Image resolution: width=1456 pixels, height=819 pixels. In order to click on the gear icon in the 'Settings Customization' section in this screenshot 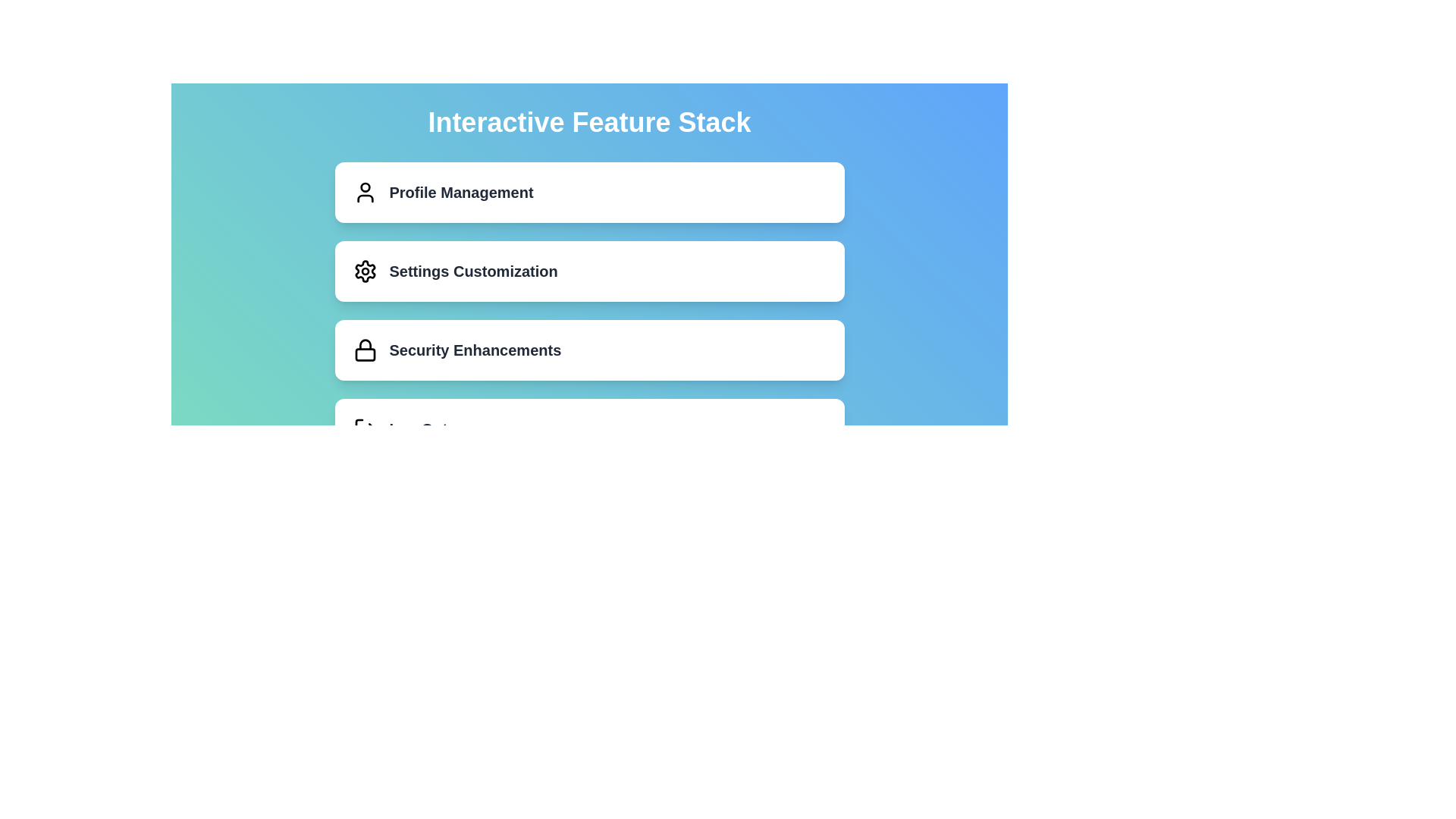, I will do `click(365, 271)`.